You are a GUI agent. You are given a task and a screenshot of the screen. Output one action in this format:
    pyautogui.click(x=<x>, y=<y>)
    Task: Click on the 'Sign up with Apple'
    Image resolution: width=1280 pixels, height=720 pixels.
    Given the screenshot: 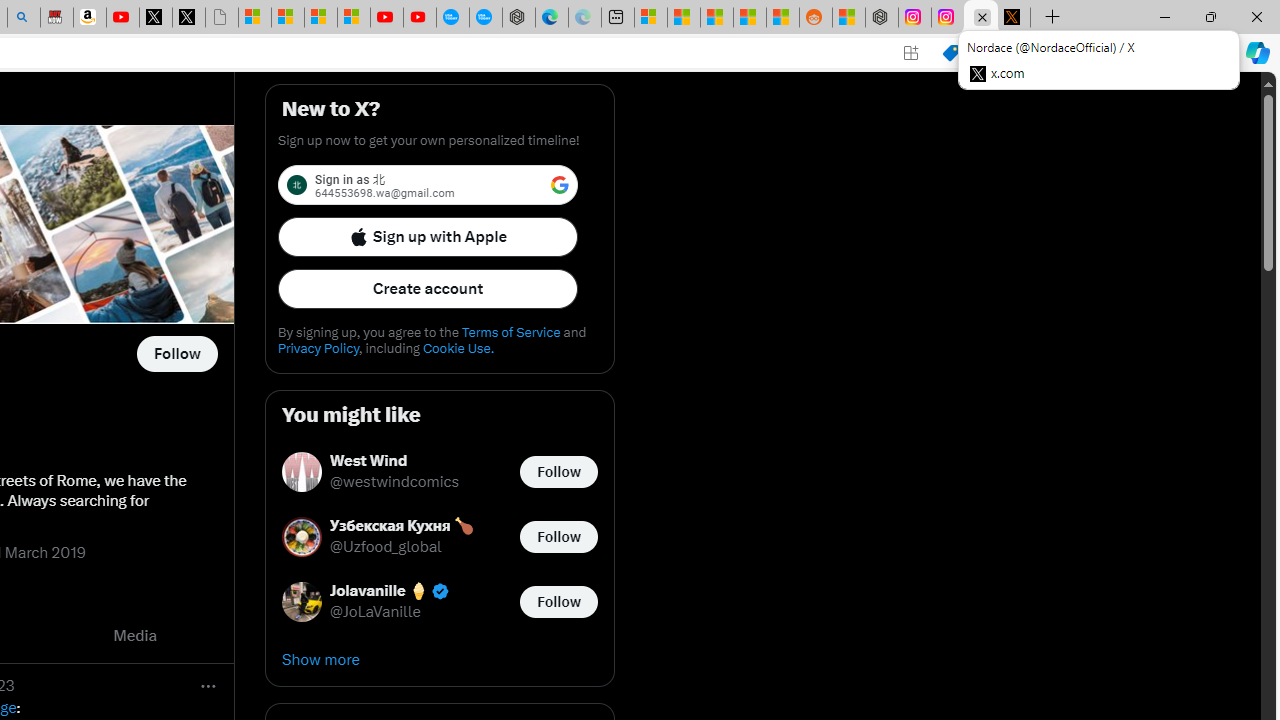 What is the action you would take?
    pyautogui.click(x=427, y=235)
    